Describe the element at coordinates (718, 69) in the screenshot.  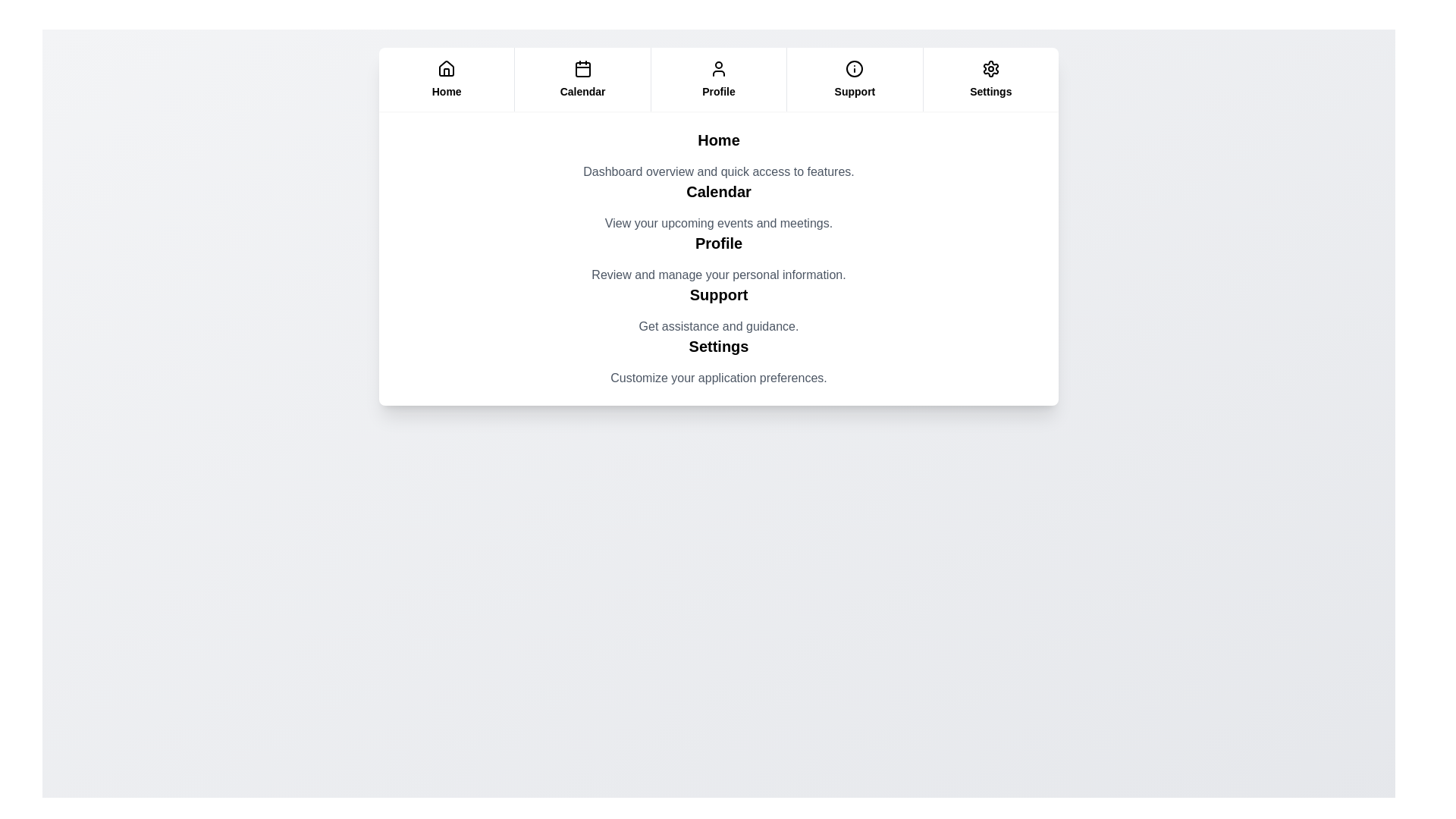
I see `the user profile icon located in the 'Profile' tab of the horizontal navigation bar` at that location.